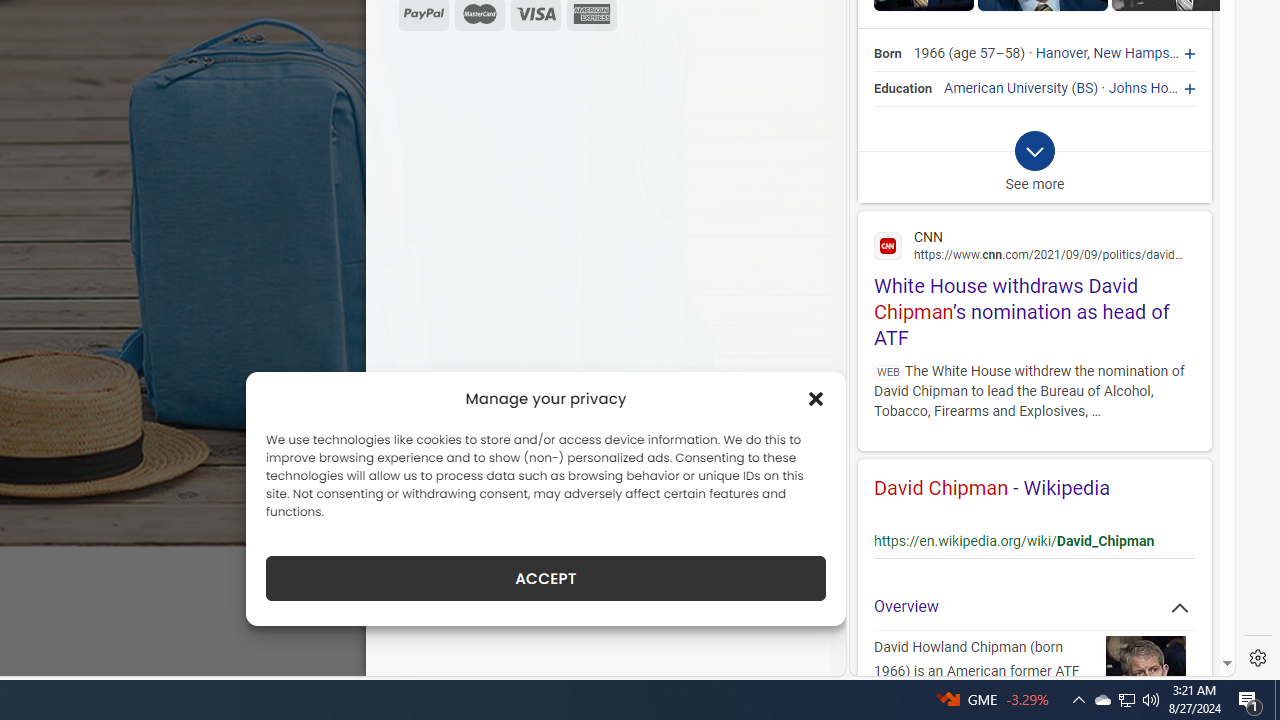  Describe the element at coordinates (816, 398) in the screenshot. I see `'Class: cmplz-close'` at that location.